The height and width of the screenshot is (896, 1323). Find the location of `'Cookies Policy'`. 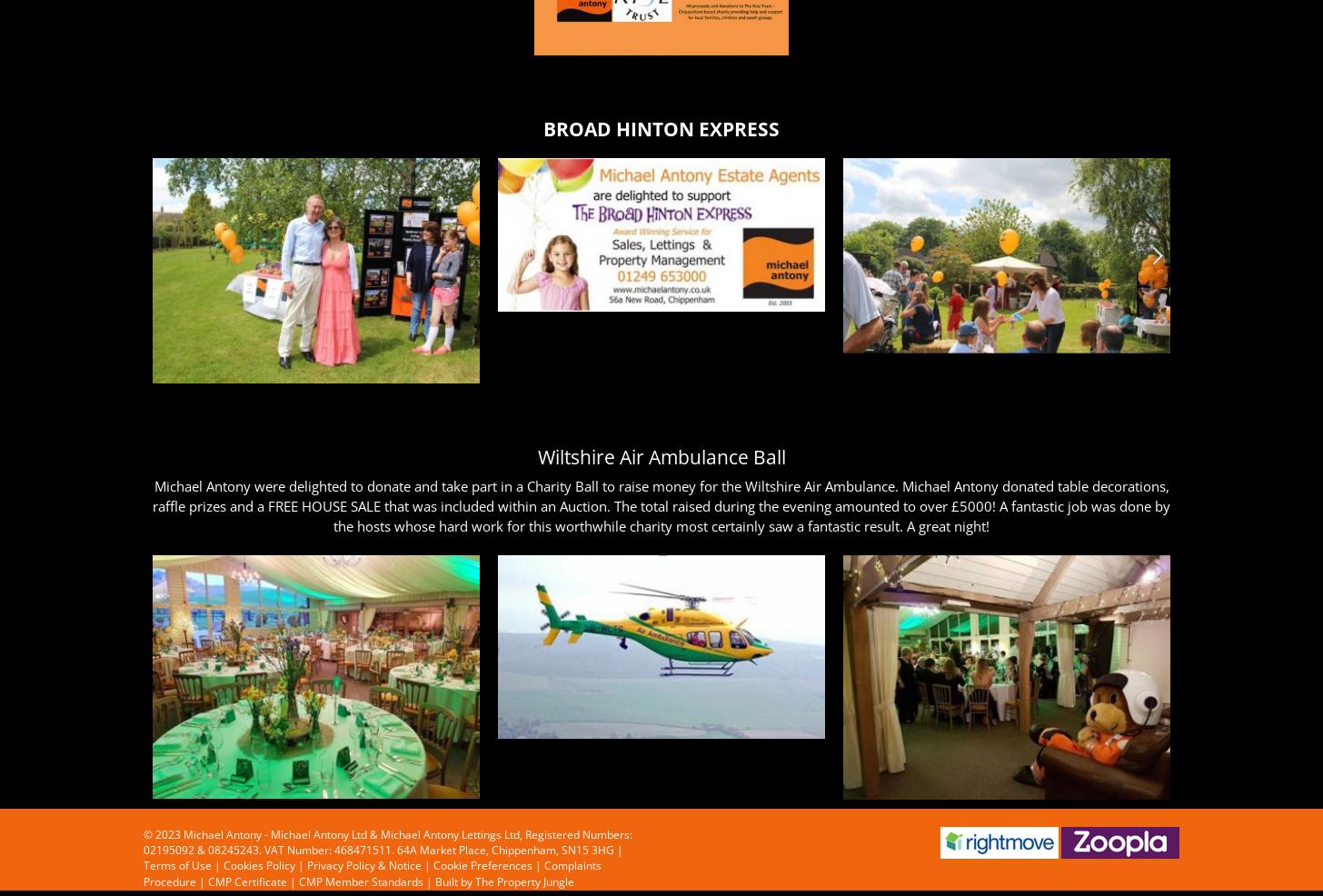

'Cookies Policy' is located at coordinates (259, 865).